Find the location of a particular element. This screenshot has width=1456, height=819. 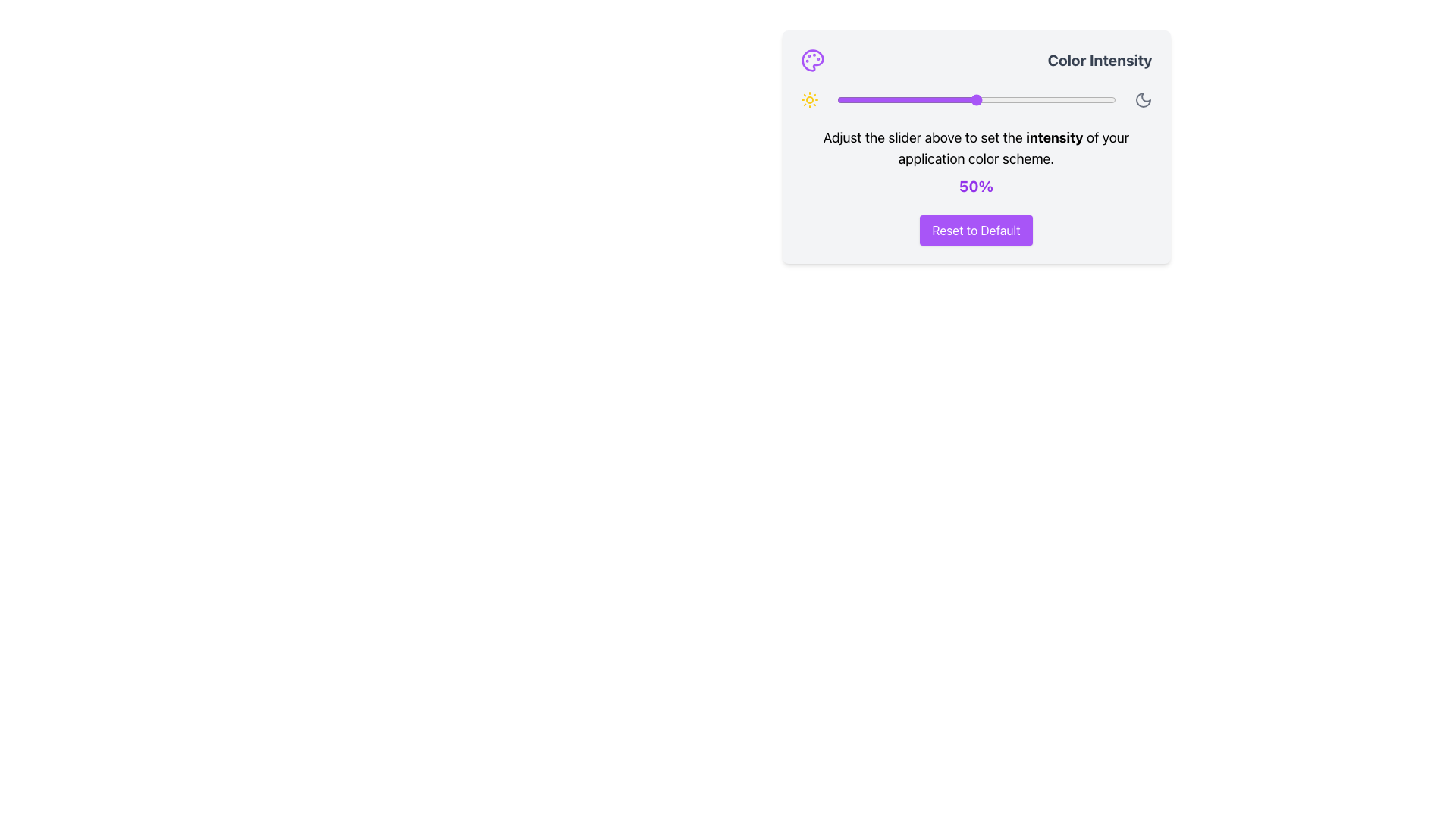

the color intensity is located at coordinates (976, 99).